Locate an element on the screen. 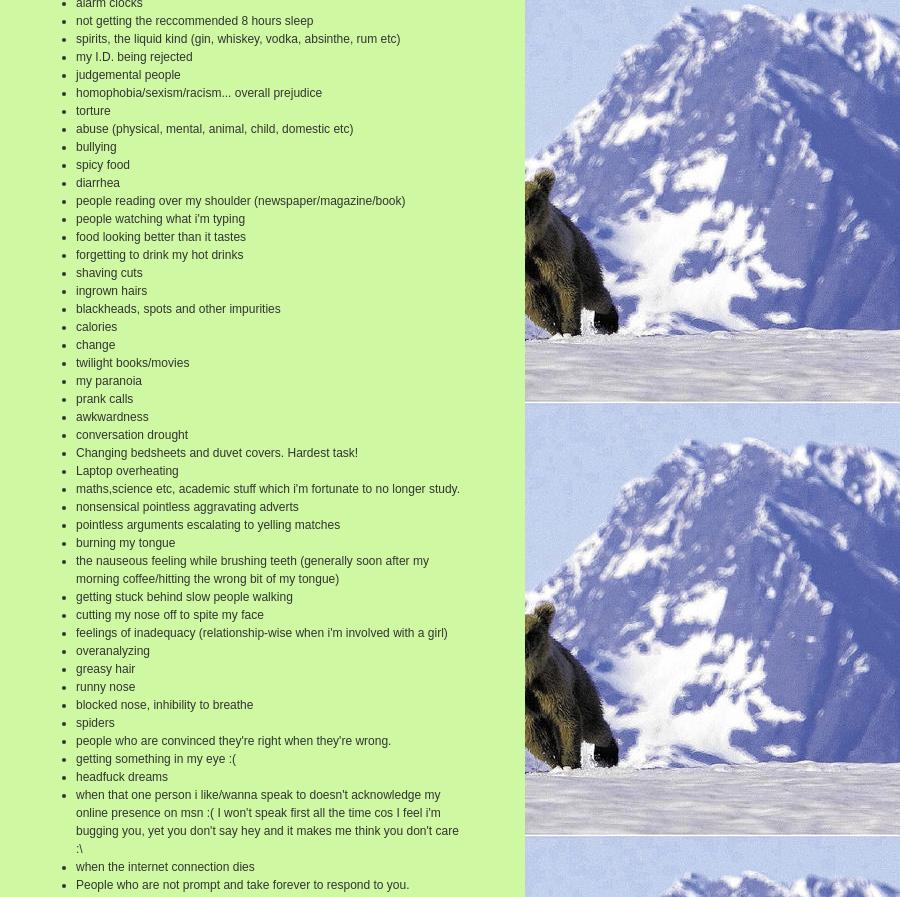 Image resolution: width=900 pixels, height=897 pixels. 'spicy food' is located at coordinates (101, 163).